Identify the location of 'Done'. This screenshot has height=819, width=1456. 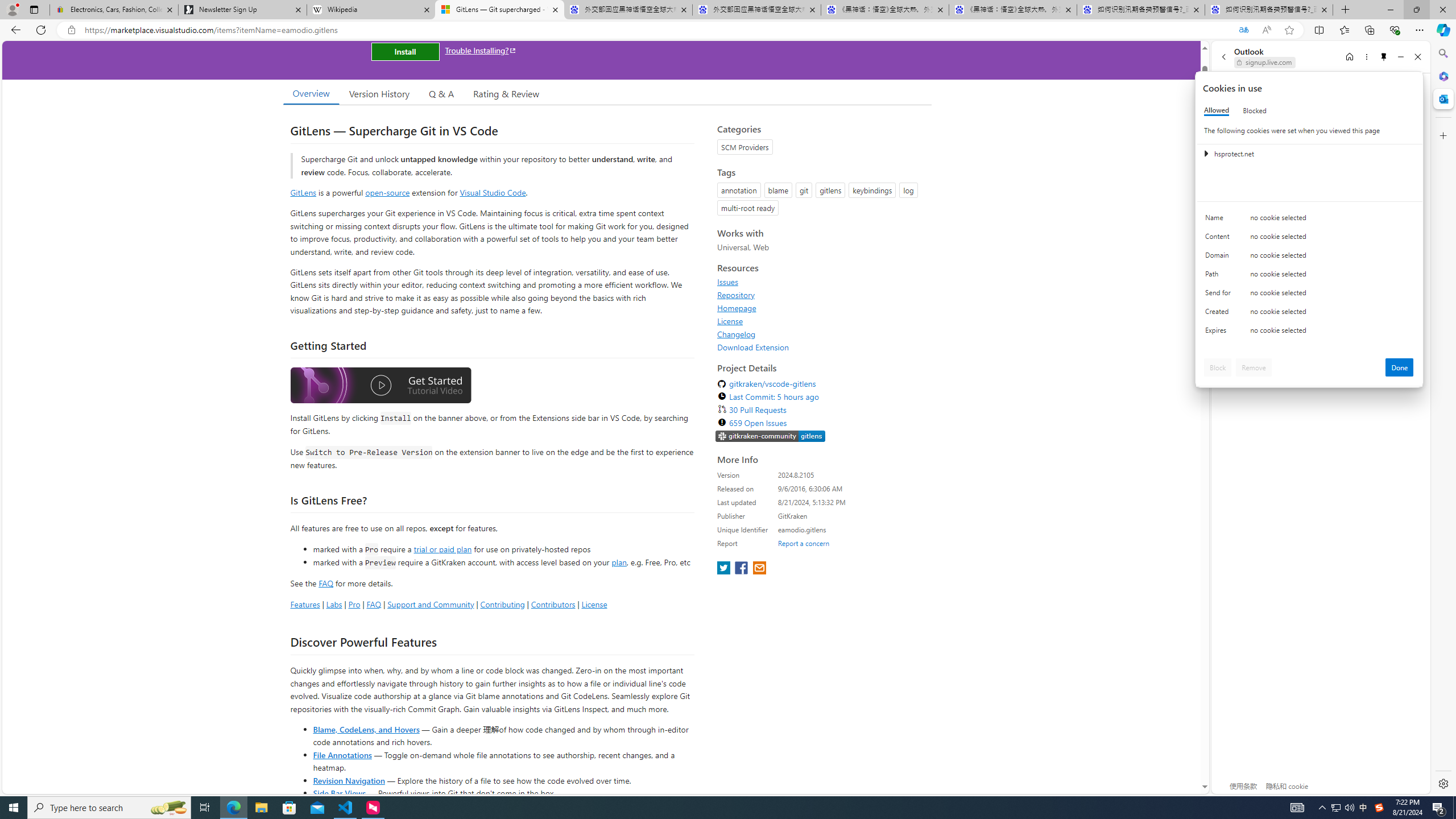
(1400, 367).